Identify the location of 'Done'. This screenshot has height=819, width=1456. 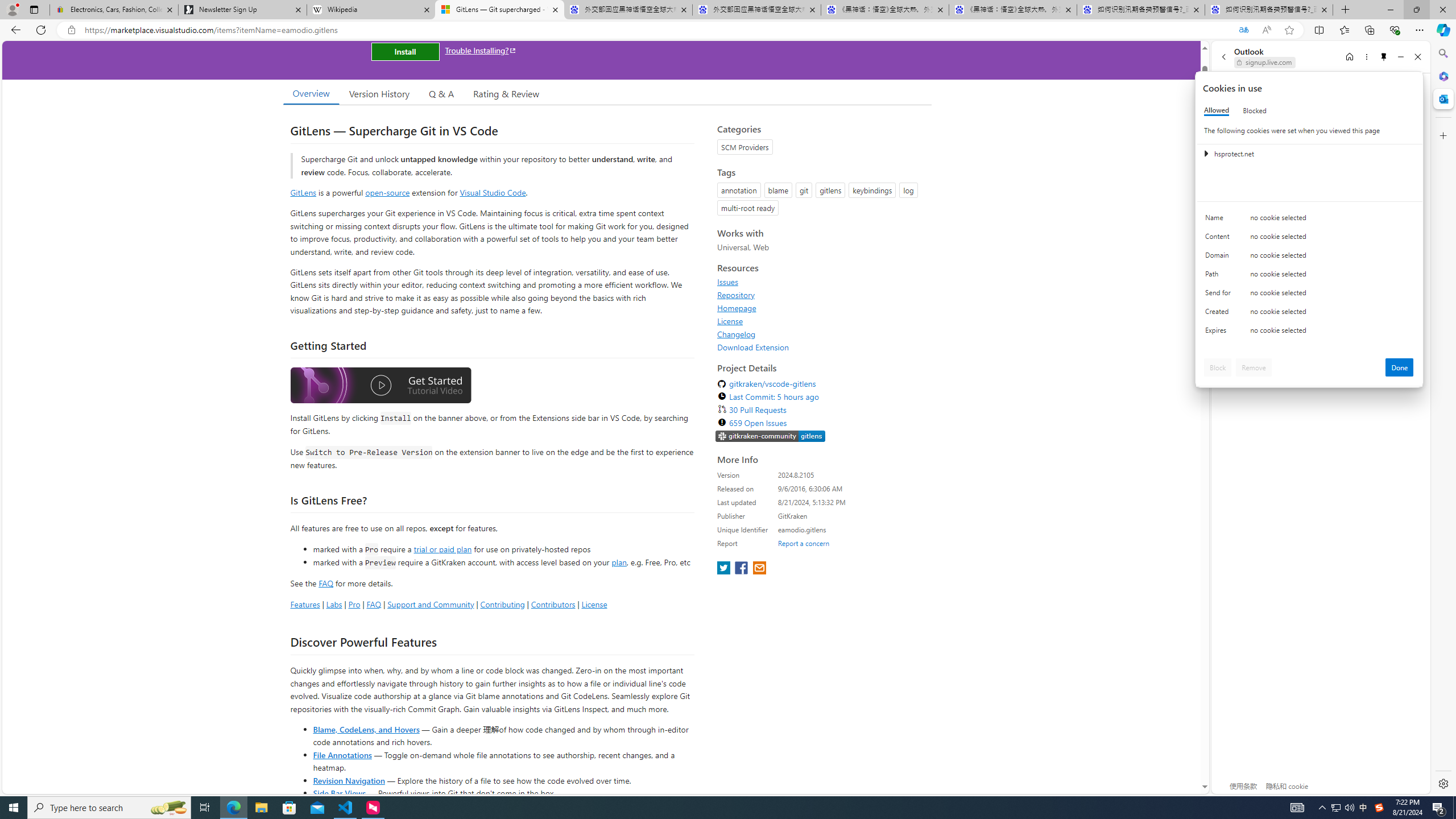
(1400, 367).